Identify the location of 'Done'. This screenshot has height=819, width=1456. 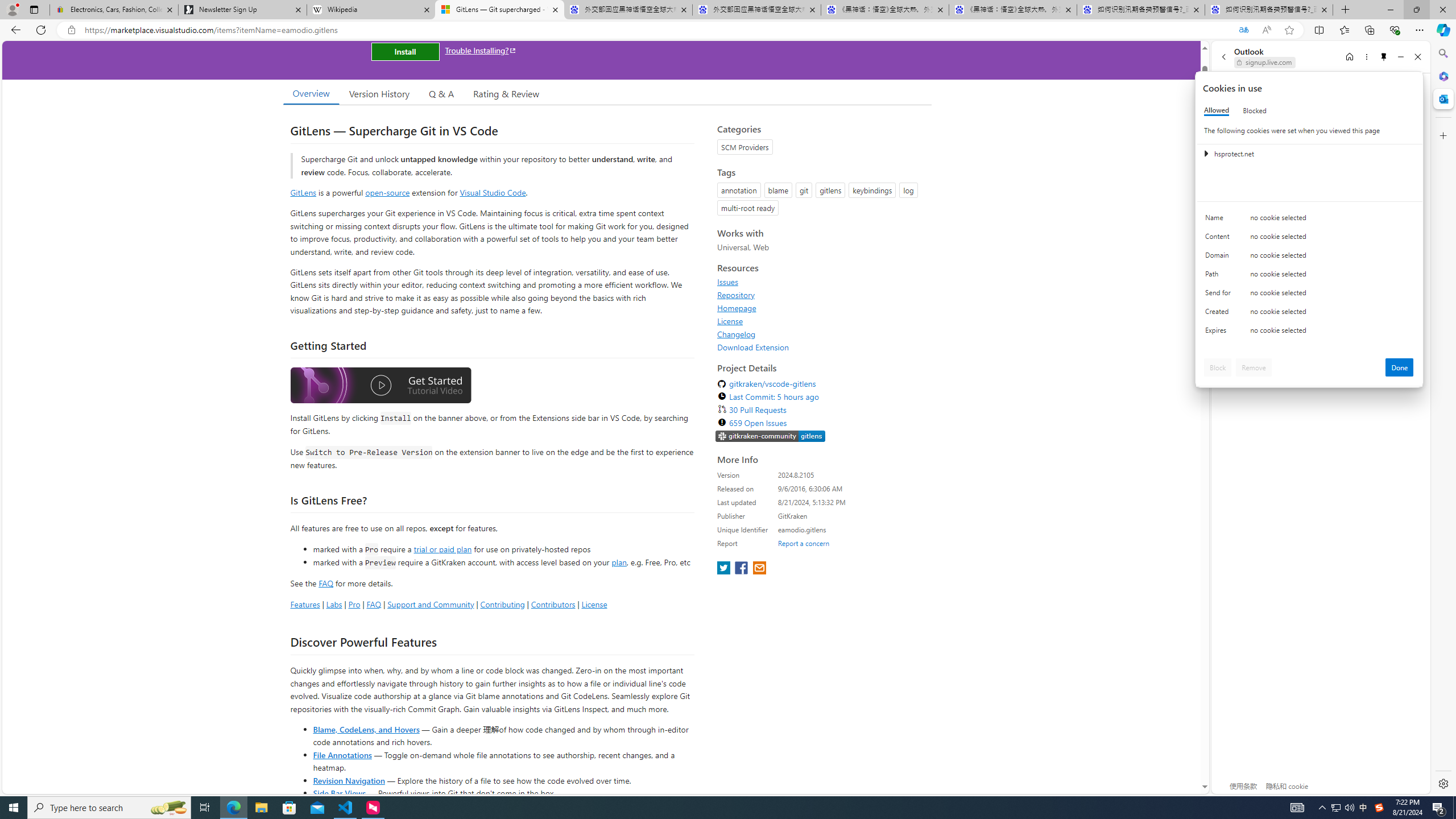
(1400, 367).